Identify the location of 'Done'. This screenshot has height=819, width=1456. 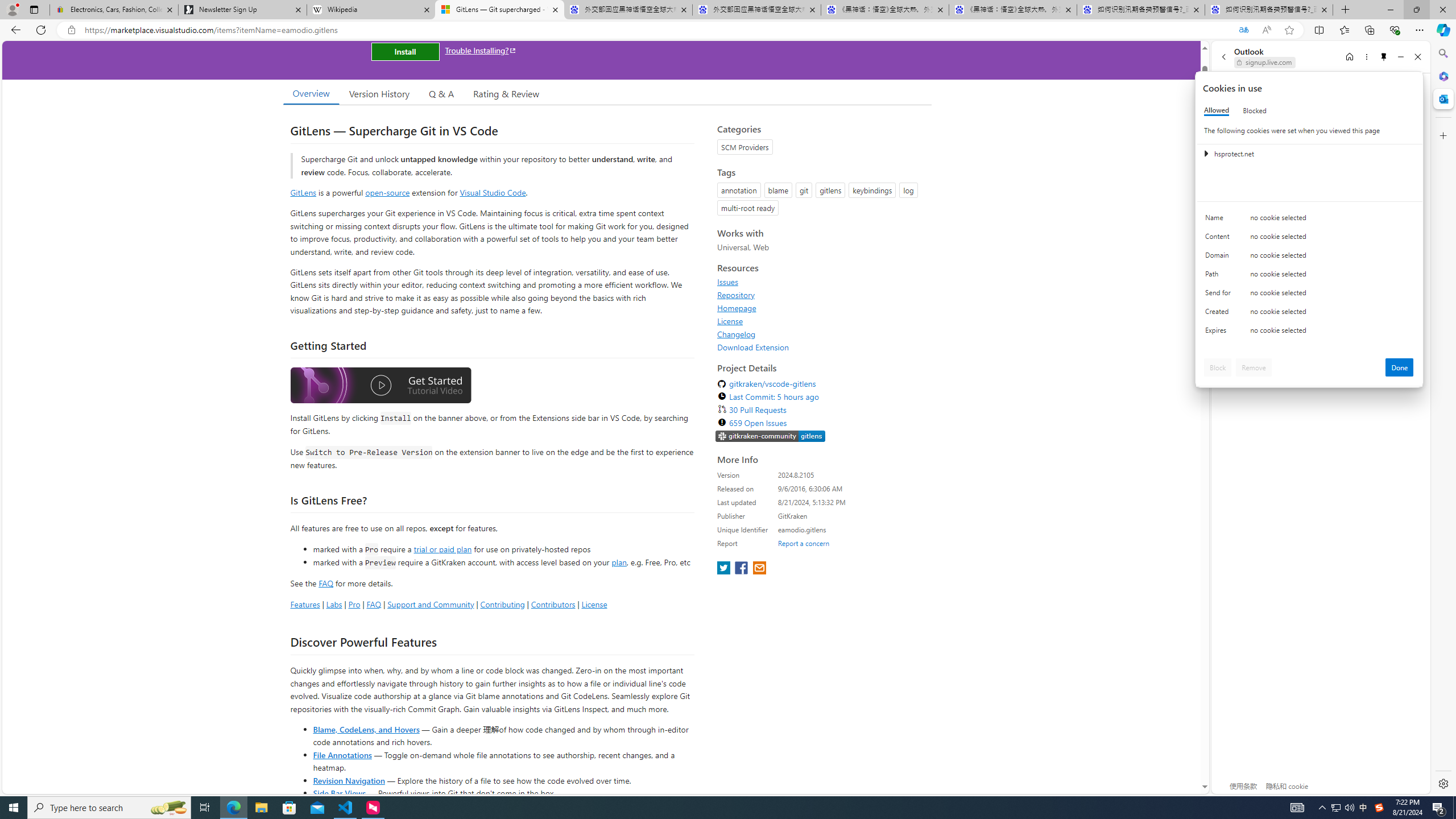
(1400, 367).